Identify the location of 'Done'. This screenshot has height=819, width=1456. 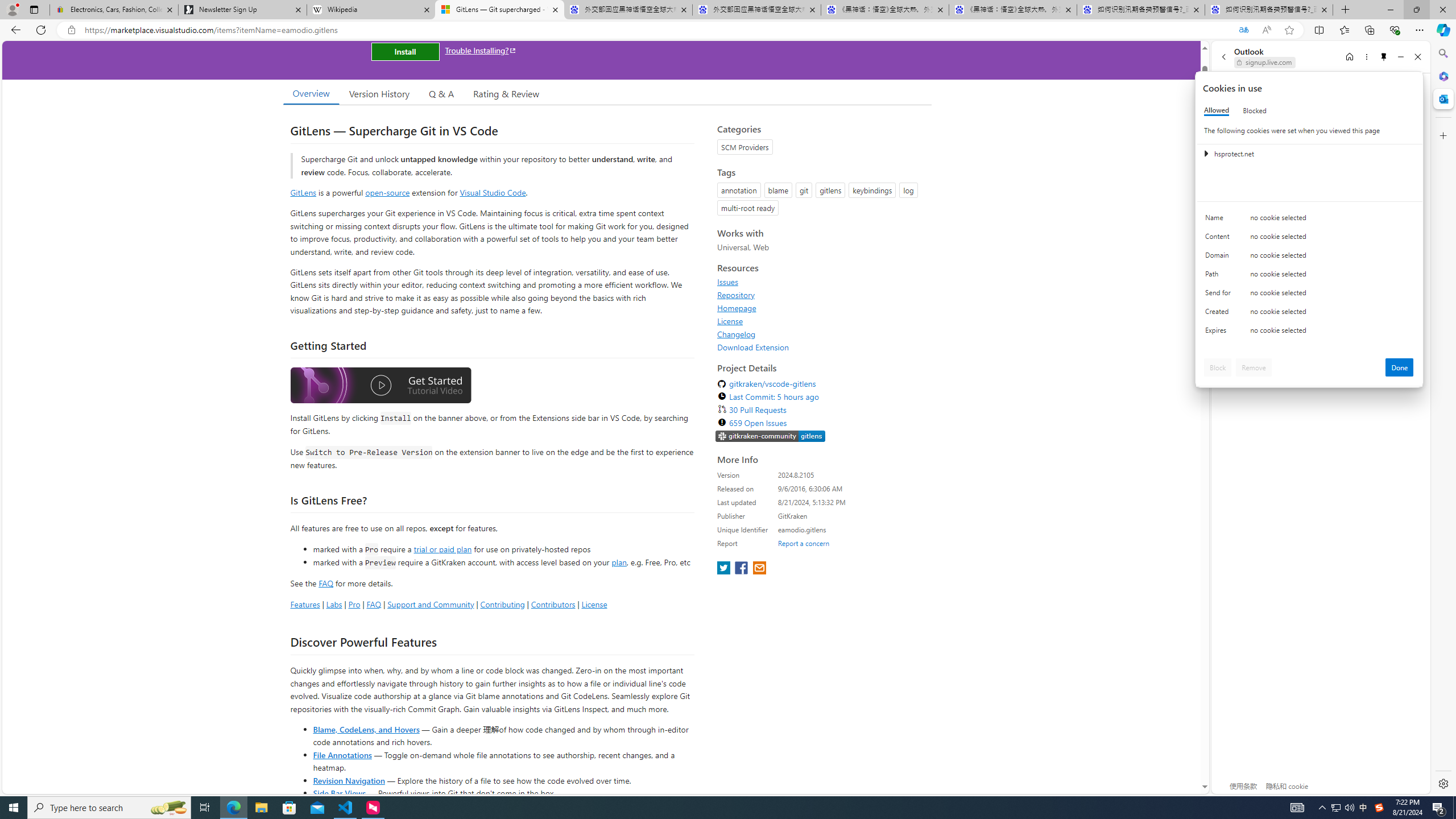
(1400, 367).